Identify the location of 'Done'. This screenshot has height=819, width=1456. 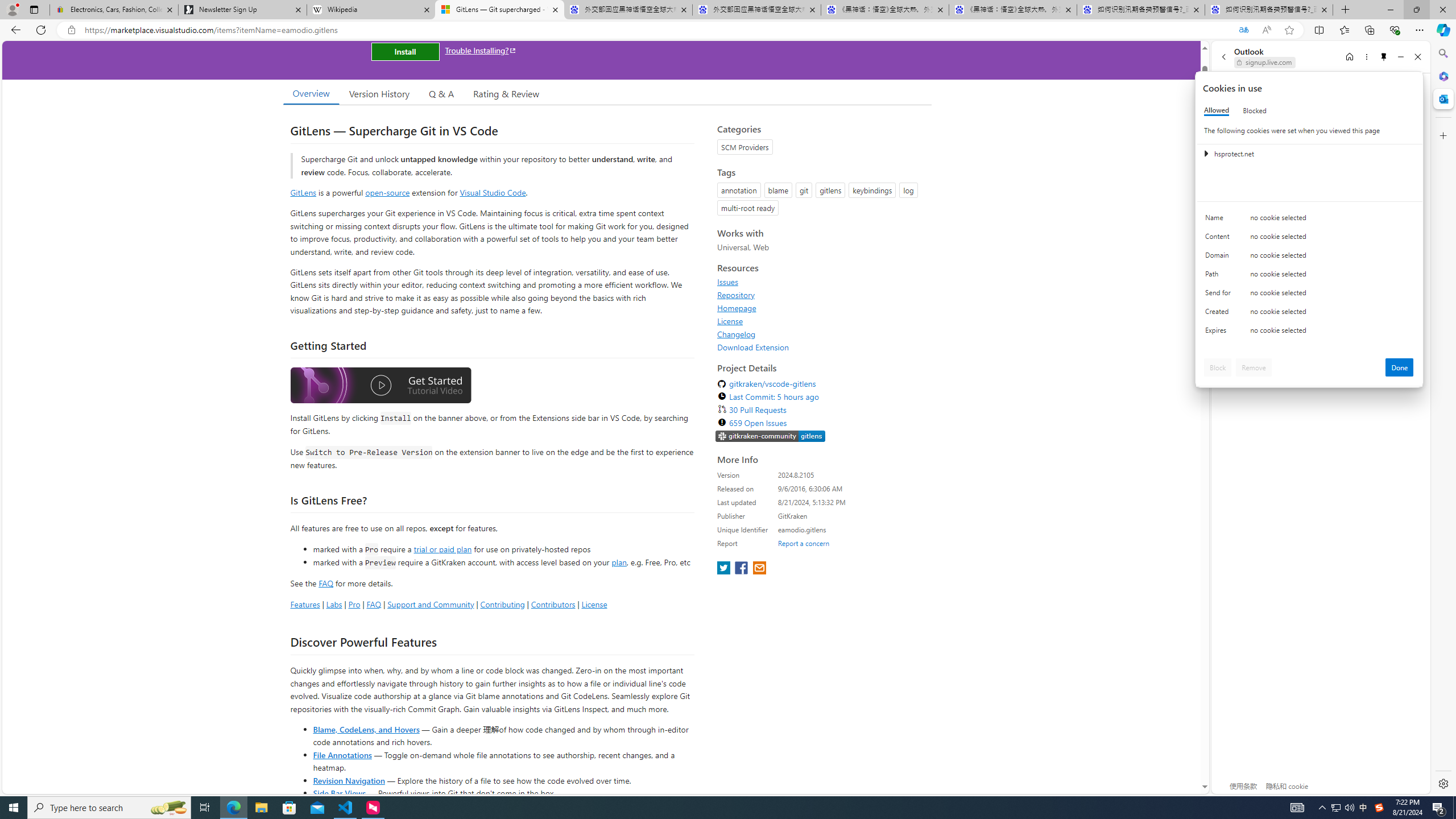
(1400, 367).